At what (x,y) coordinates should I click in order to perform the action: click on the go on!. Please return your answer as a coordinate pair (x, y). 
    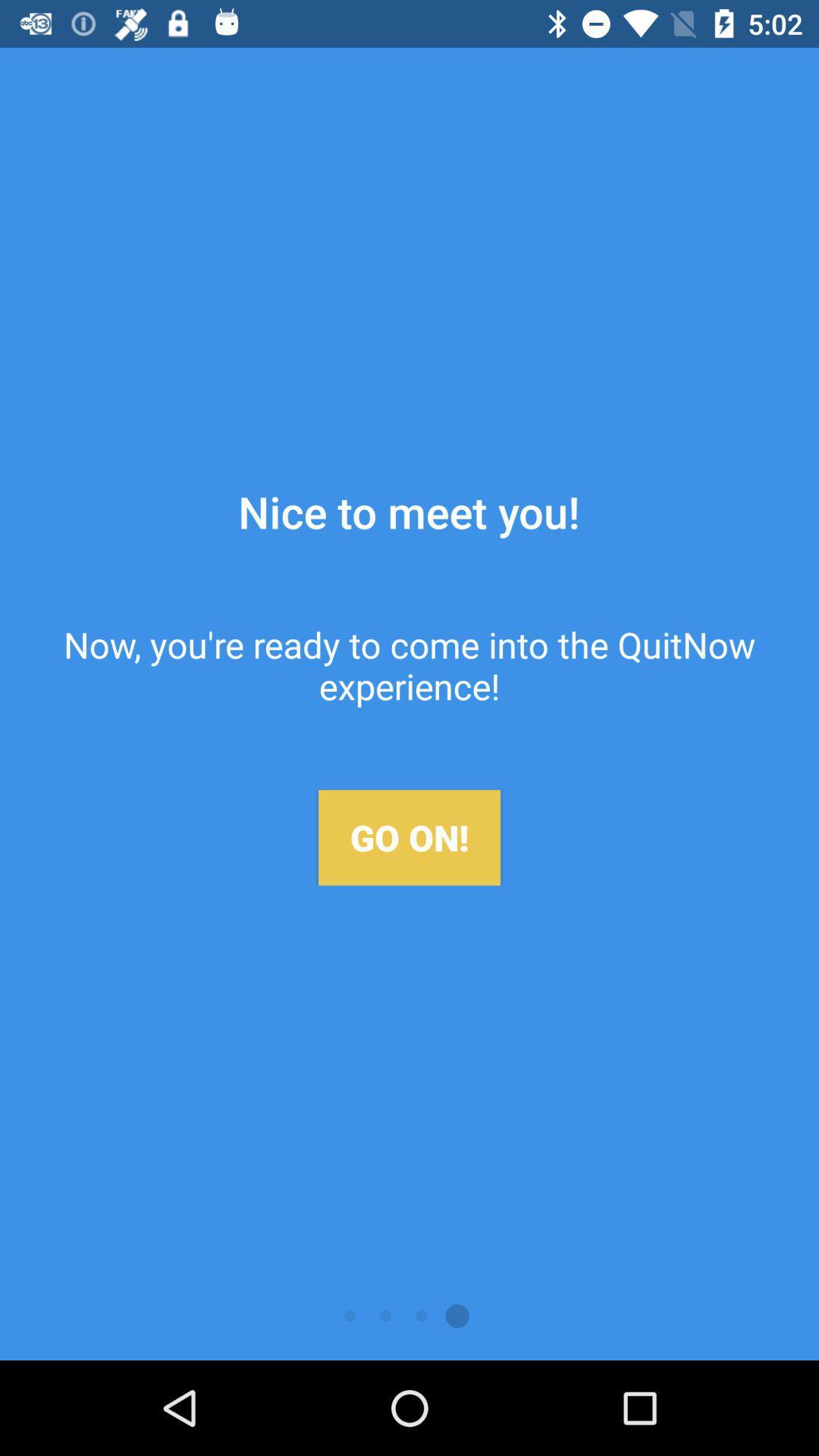
    Looking at the image, I should click on (409, 836).